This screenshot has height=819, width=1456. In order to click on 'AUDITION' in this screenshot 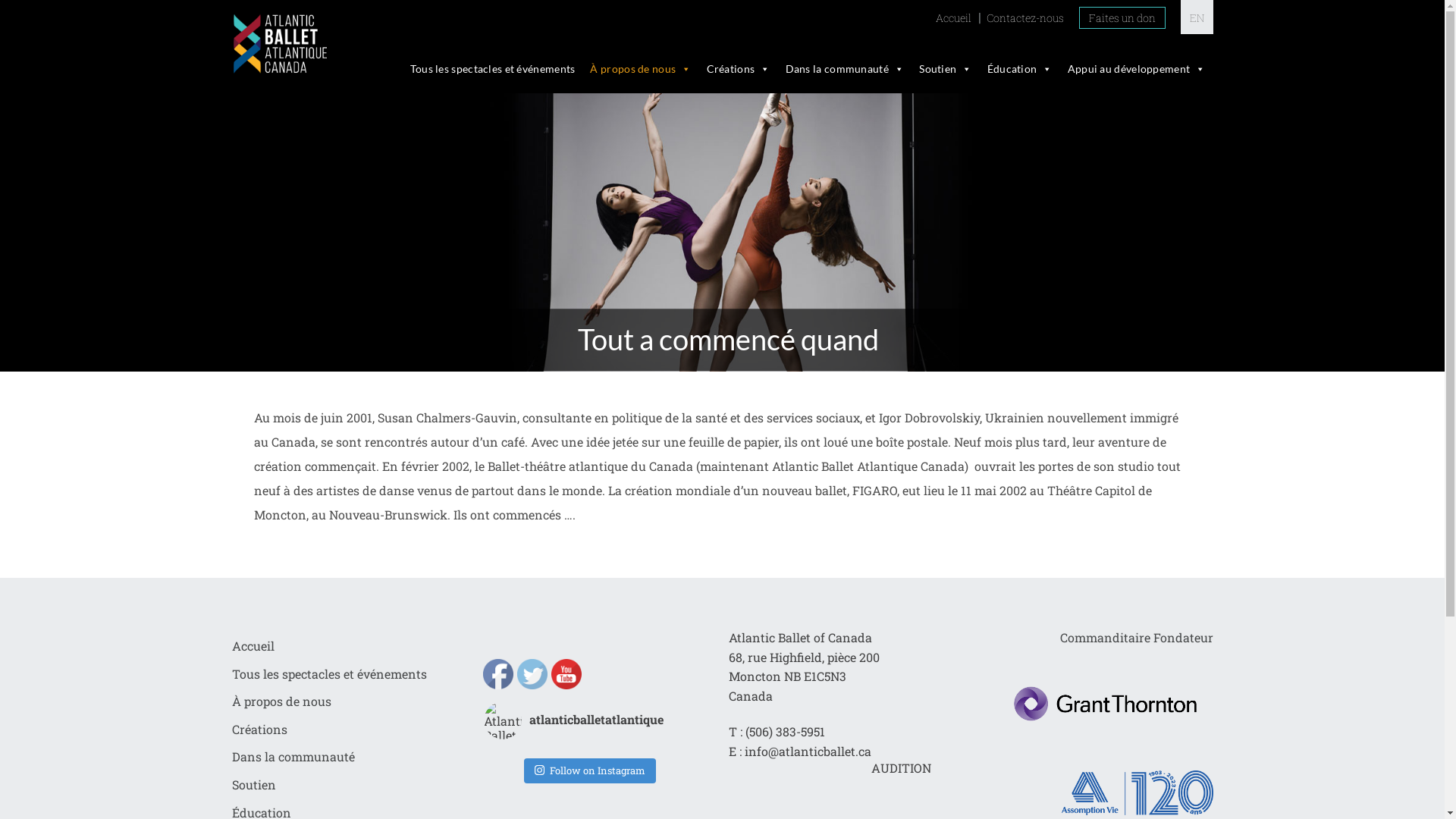, I will do `click(901, 768)`.